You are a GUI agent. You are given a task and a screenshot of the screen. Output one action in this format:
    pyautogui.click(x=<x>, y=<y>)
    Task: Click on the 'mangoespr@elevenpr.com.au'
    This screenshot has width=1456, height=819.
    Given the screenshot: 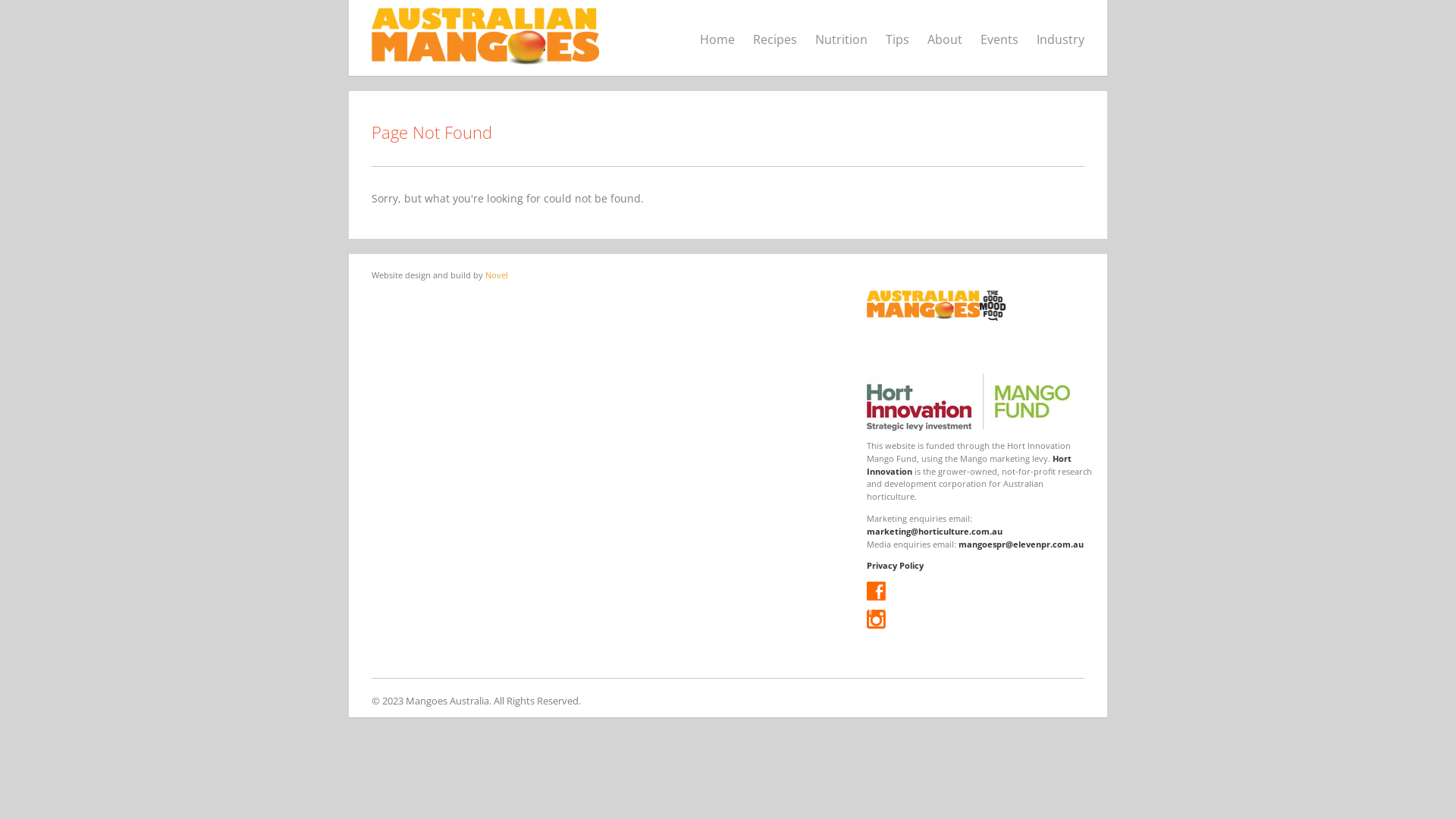 What is the action you would take?
    pyautogui.click(x=957, y=543)
    